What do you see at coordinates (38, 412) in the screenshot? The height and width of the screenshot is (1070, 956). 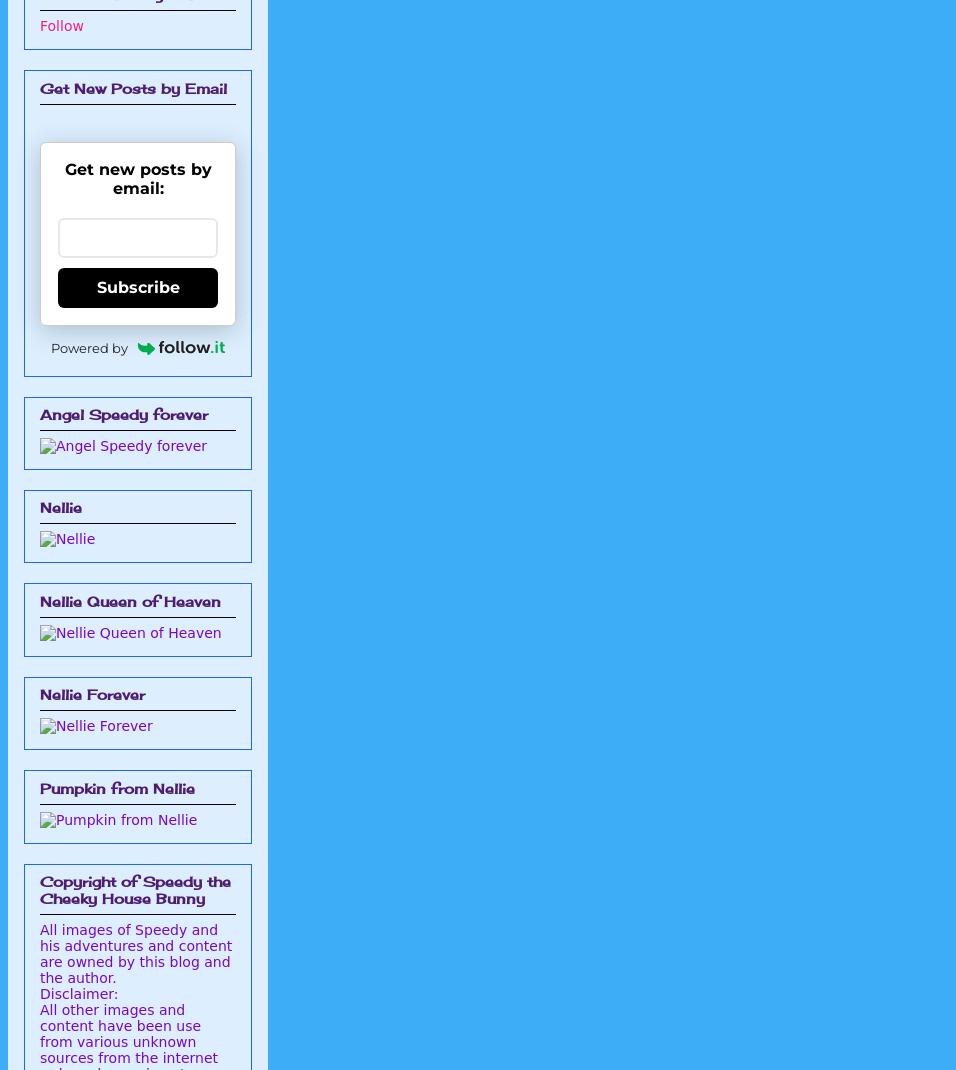 I see `'Angel Speedy forever'` at bounding box center [38, 412].